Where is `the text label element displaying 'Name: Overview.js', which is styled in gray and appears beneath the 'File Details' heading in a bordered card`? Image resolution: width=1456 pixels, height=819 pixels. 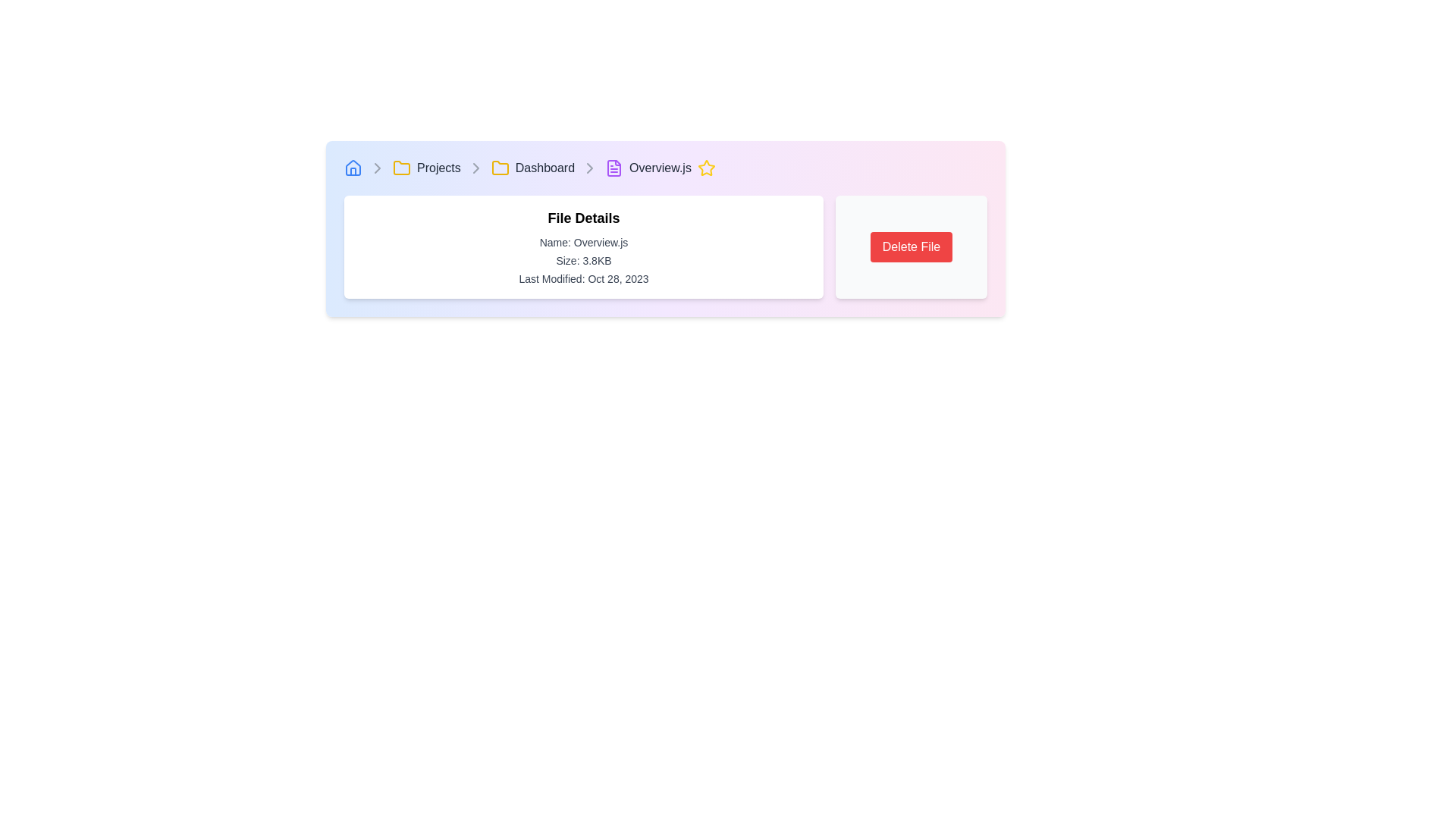
the text label element displaying 'Name: Overview.js', which is styled in gray and appears beneath the 'File Details' heading in a bordered card is located at coordinates (582, 242).